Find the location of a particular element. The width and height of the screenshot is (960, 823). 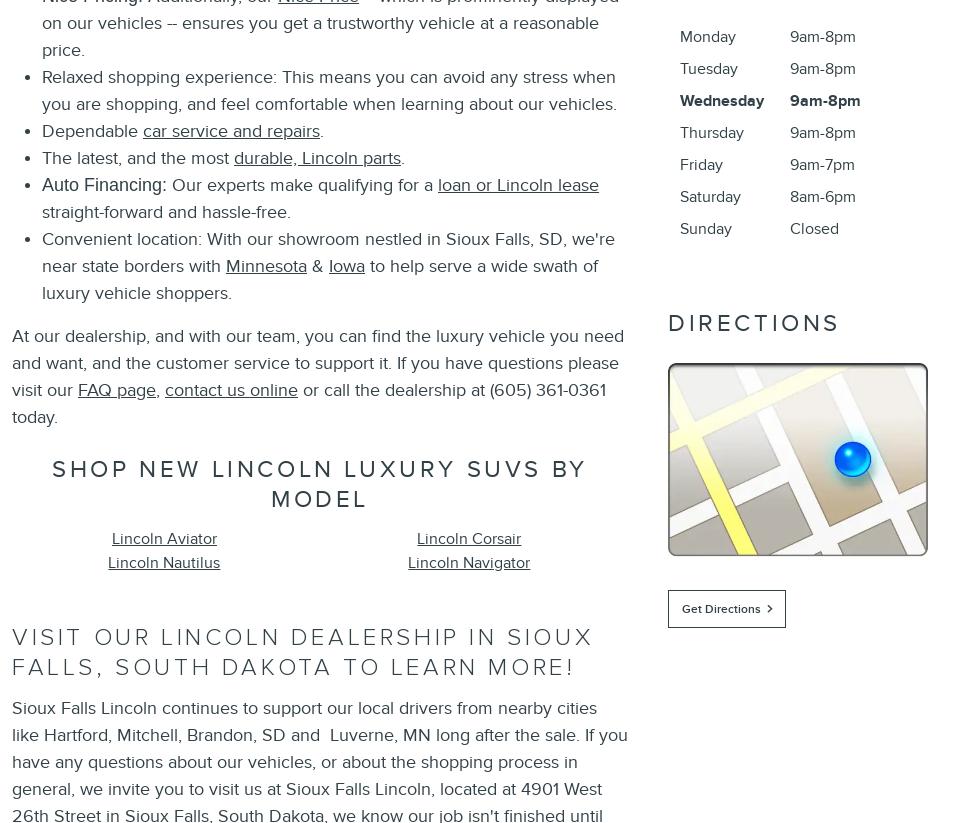

'Lincoln Navigator' is located at coordinates (468, 562).